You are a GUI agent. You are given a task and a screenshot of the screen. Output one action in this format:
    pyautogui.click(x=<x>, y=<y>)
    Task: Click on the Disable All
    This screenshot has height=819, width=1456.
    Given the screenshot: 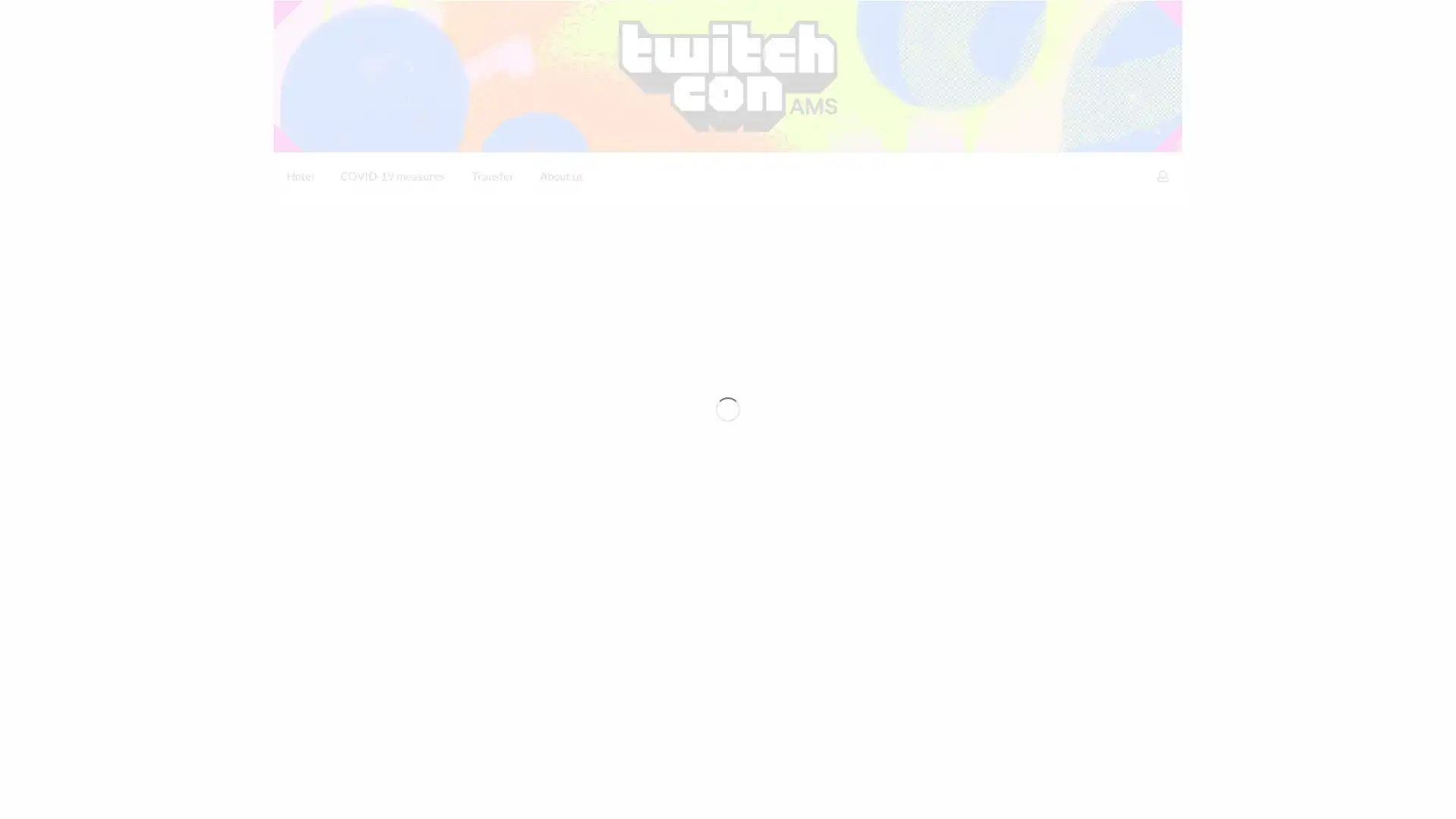 What is the action you would take?
    pyautogui.click(x=1040, y=794)
    